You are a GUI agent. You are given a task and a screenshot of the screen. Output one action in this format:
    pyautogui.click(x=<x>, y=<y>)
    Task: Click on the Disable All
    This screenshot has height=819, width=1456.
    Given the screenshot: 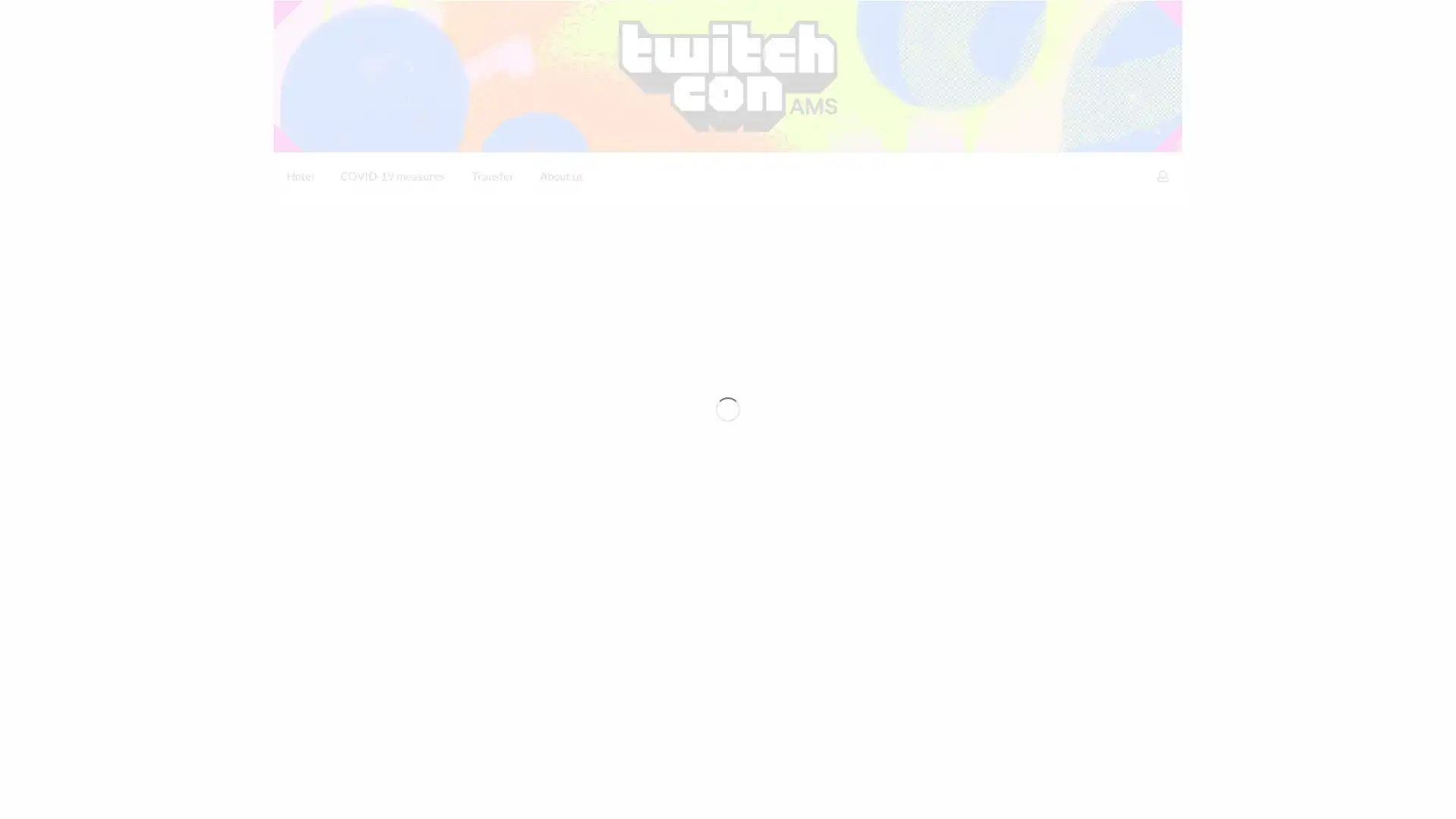 What is the action you would take?
    pyautogui.click(x=1040, y=794)
    